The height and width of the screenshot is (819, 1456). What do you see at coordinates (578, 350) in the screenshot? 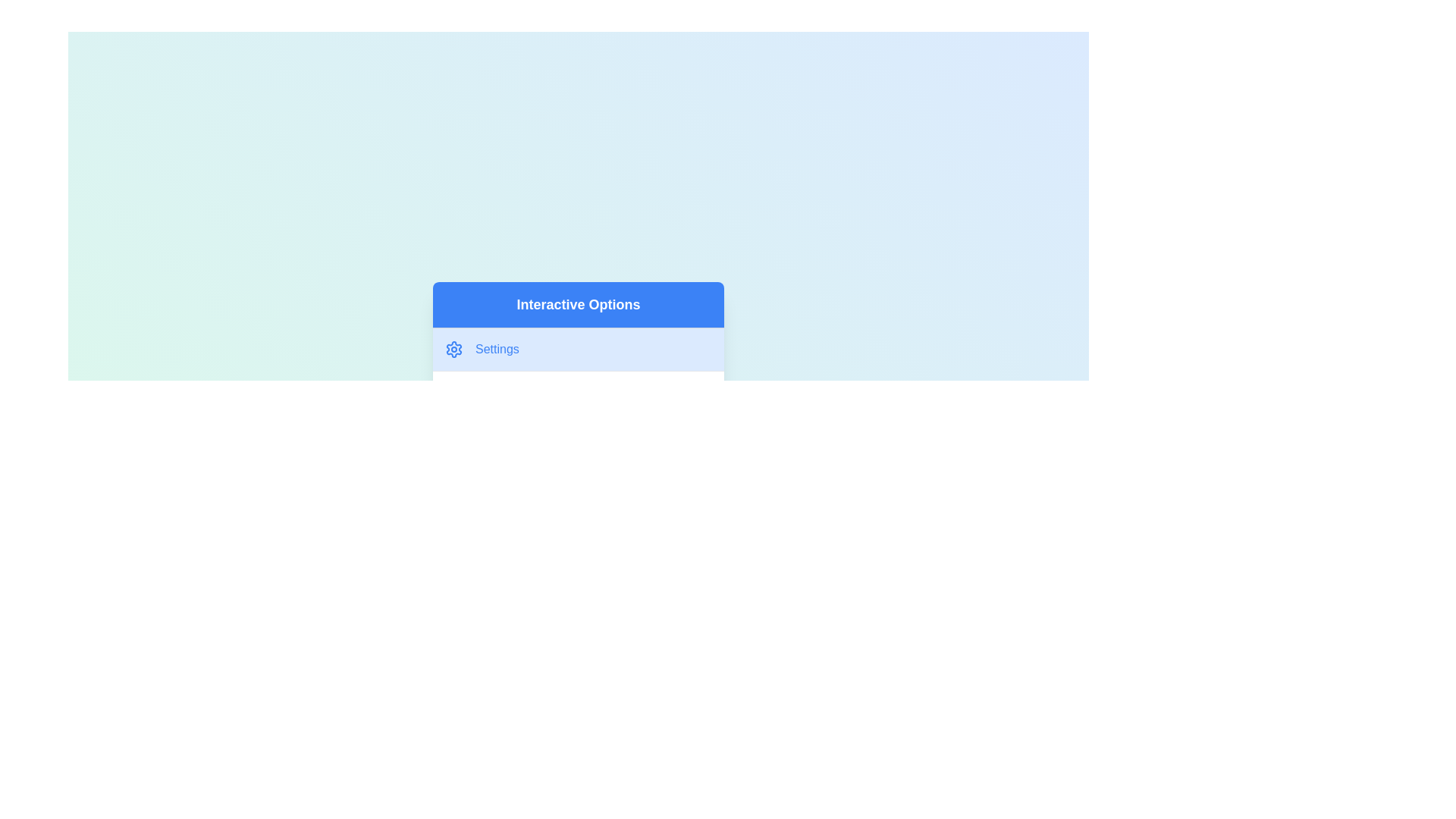
I see `the menu option Settings from the menu` at bounding box center [578, 350].